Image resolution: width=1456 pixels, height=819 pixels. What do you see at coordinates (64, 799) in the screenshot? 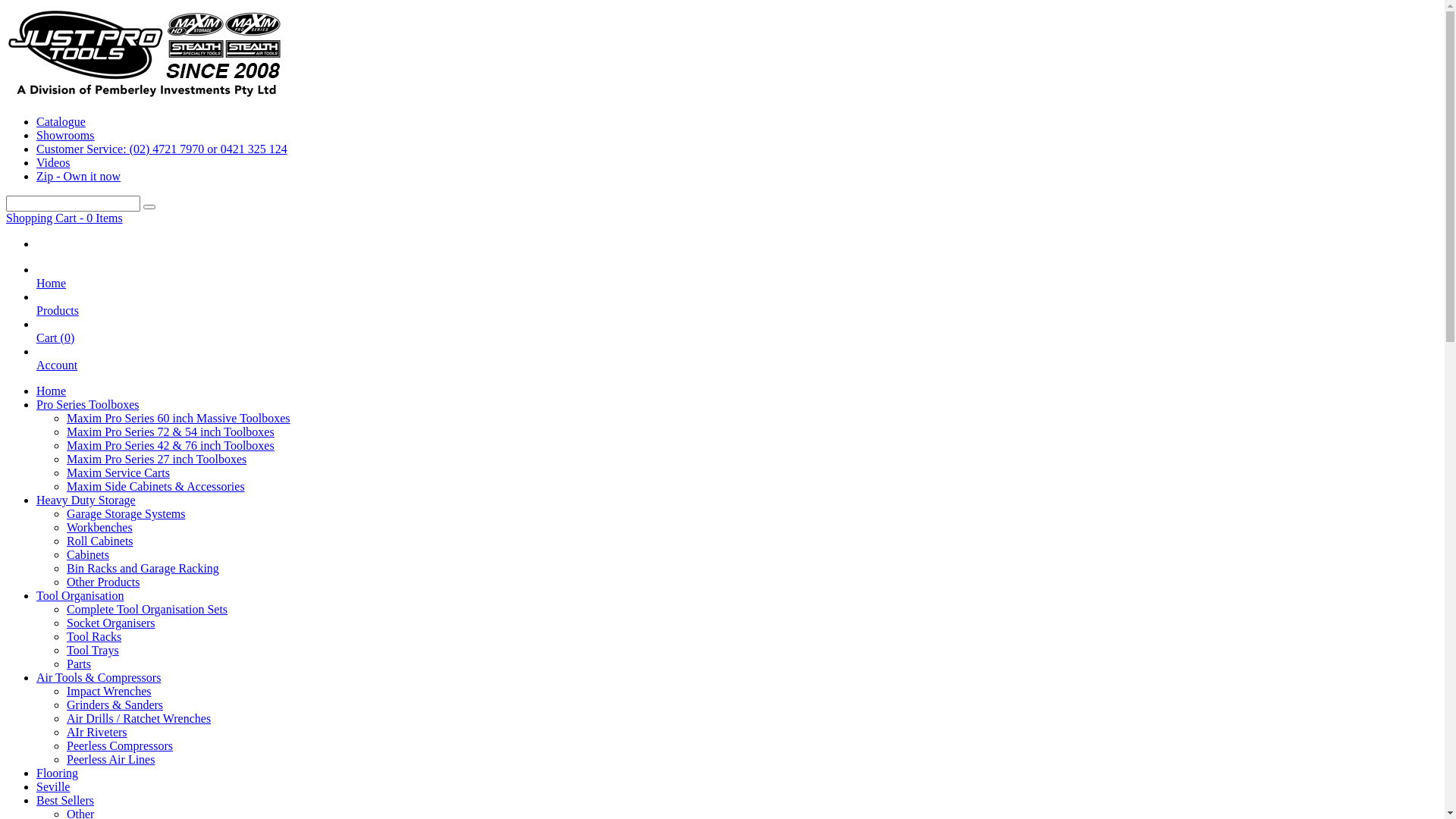
I see `'Best Sellers'` at bounding box center [64, 799].